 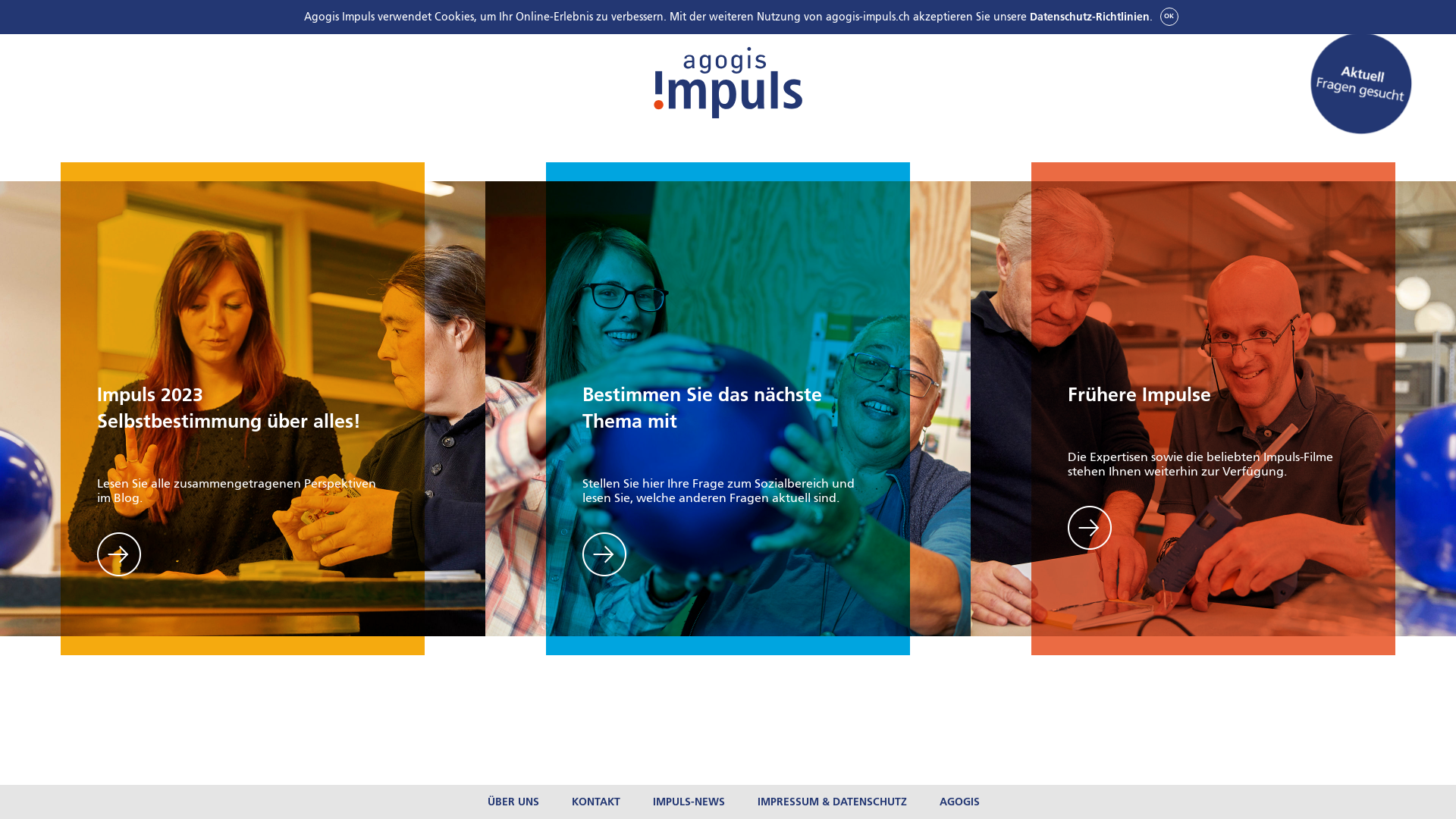 I want to click on 'KONTAKT', so click(x=595, y=801).